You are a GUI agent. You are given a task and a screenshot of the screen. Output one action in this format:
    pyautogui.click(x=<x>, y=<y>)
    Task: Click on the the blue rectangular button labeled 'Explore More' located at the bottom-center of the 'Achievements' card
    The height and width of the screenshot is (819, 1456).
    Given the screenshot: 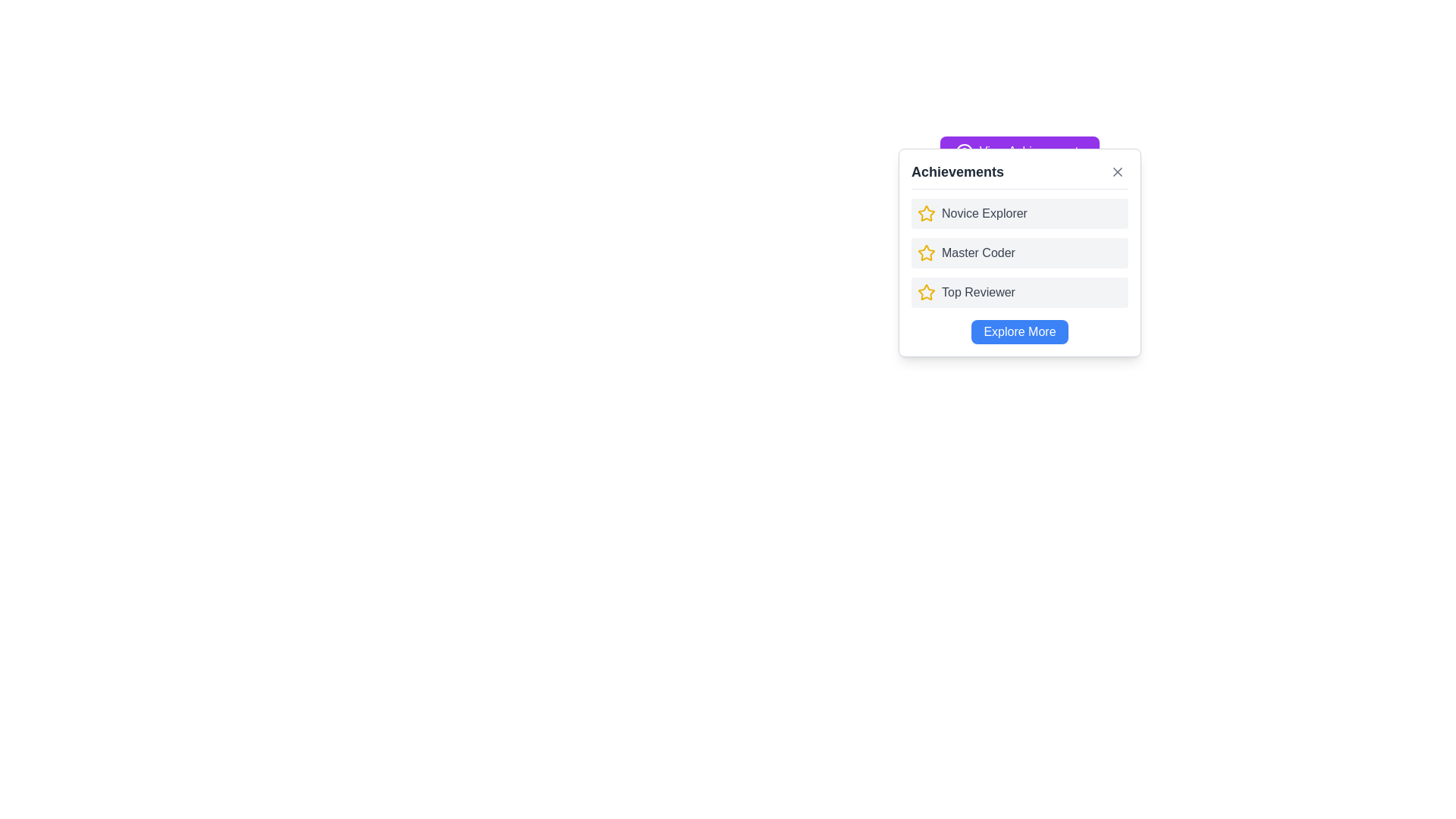 What is the action you would take?
    pyautogui.click(x=1019, y=331)
    